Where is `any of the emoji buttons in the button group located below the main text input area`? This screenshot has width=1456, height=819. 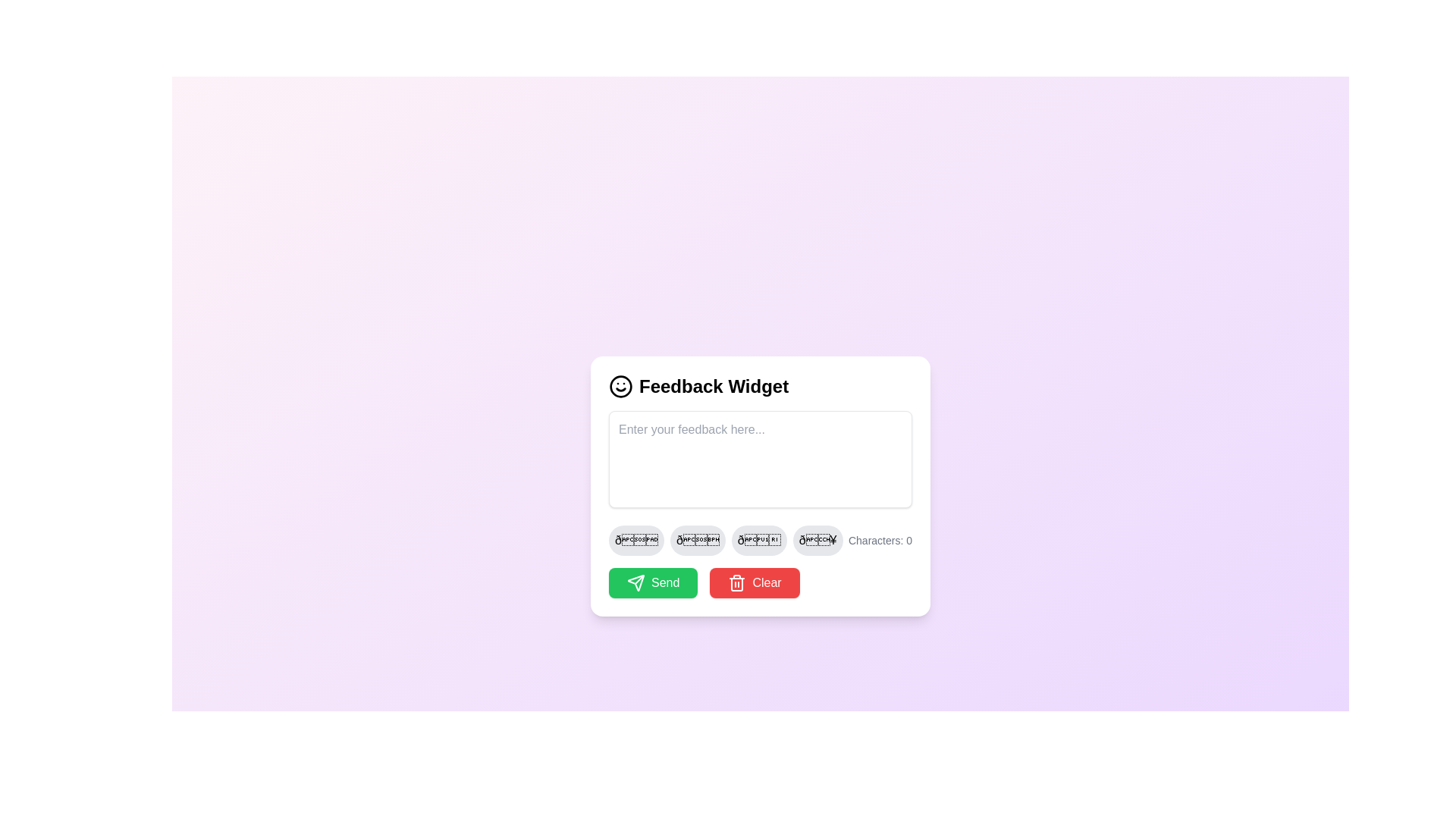 any of the emoji buttons in the button group located below the main text input area is located at coordinates (724, 539).